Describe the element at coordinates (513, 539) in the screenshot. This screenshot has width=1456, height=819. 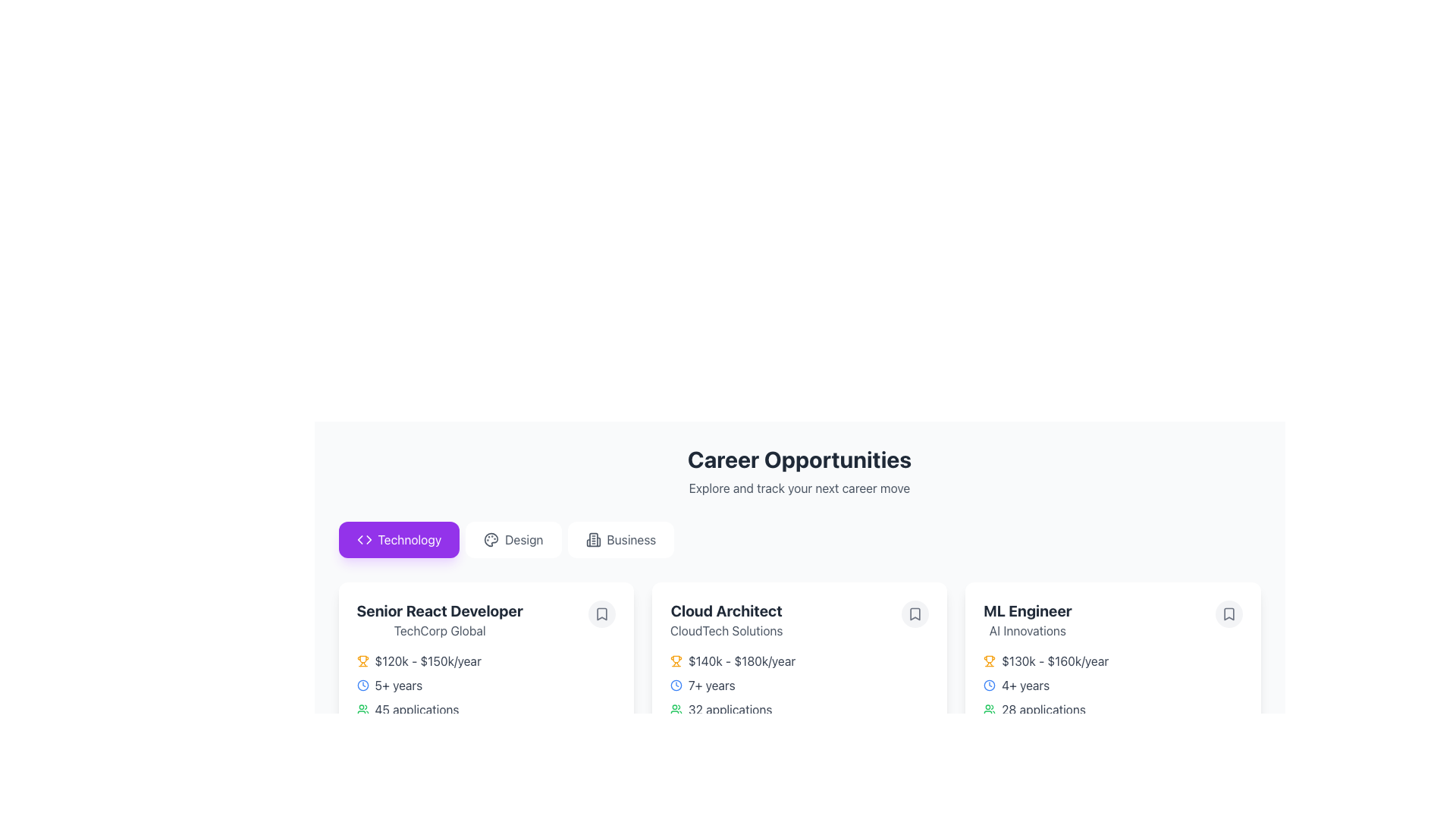
I see `the button that serves as a filter or category selector for 'Design'-related content, located between the 'Technology' button and the 'Business' button` at that location.